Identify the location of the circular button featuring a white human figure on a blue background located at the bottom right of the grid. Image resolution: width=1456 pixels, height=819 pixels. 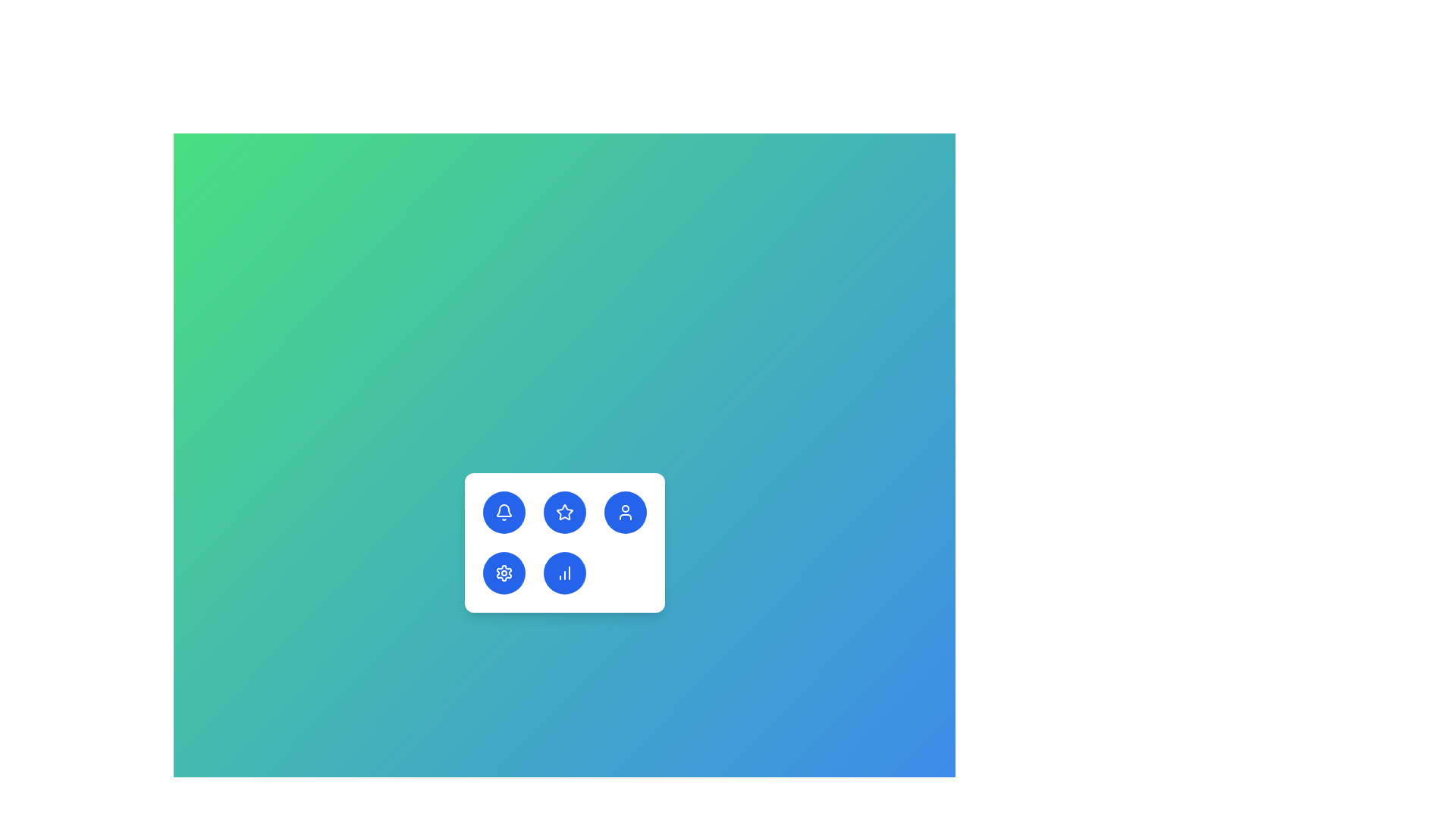
(625, 512).